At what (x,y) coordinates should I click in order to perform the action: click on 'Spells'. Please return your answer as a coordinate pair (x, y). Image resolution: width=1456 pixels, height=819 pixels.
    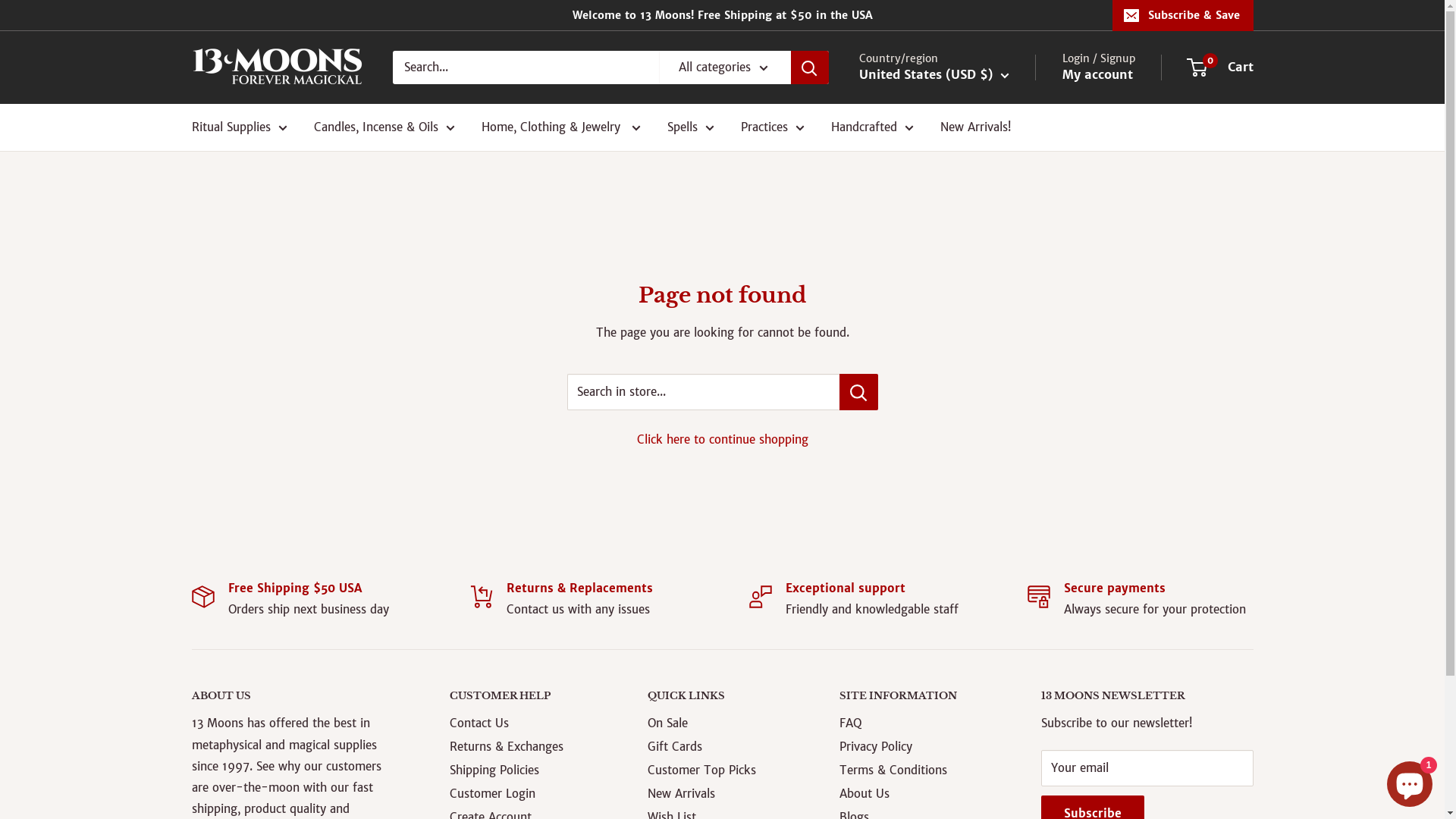
    Looking at the image, I should click on (690, 127).